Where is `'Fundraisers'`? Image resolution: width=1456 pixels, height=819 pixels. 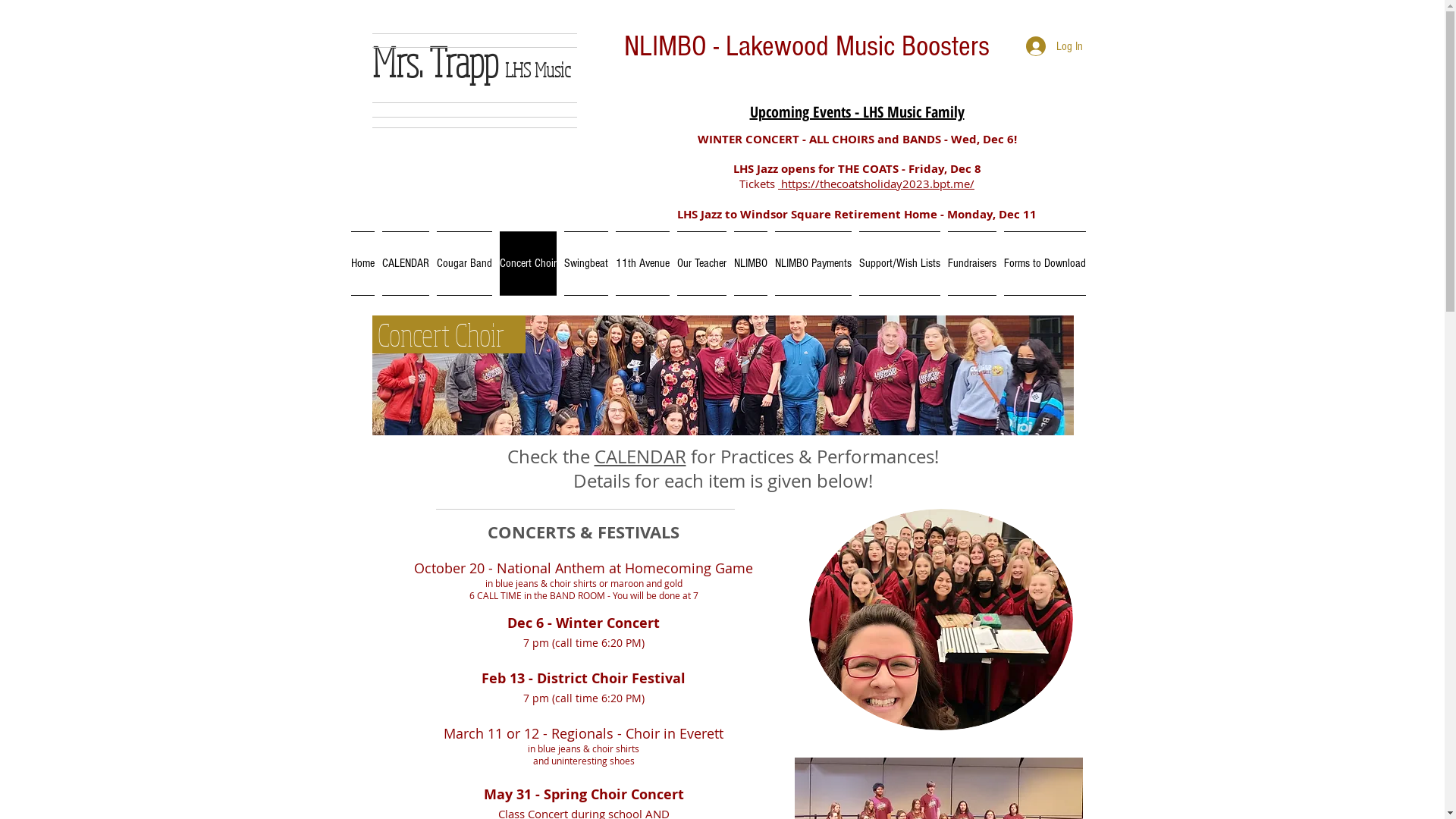
'Fundraisers' is located at coordinates (971, 262).